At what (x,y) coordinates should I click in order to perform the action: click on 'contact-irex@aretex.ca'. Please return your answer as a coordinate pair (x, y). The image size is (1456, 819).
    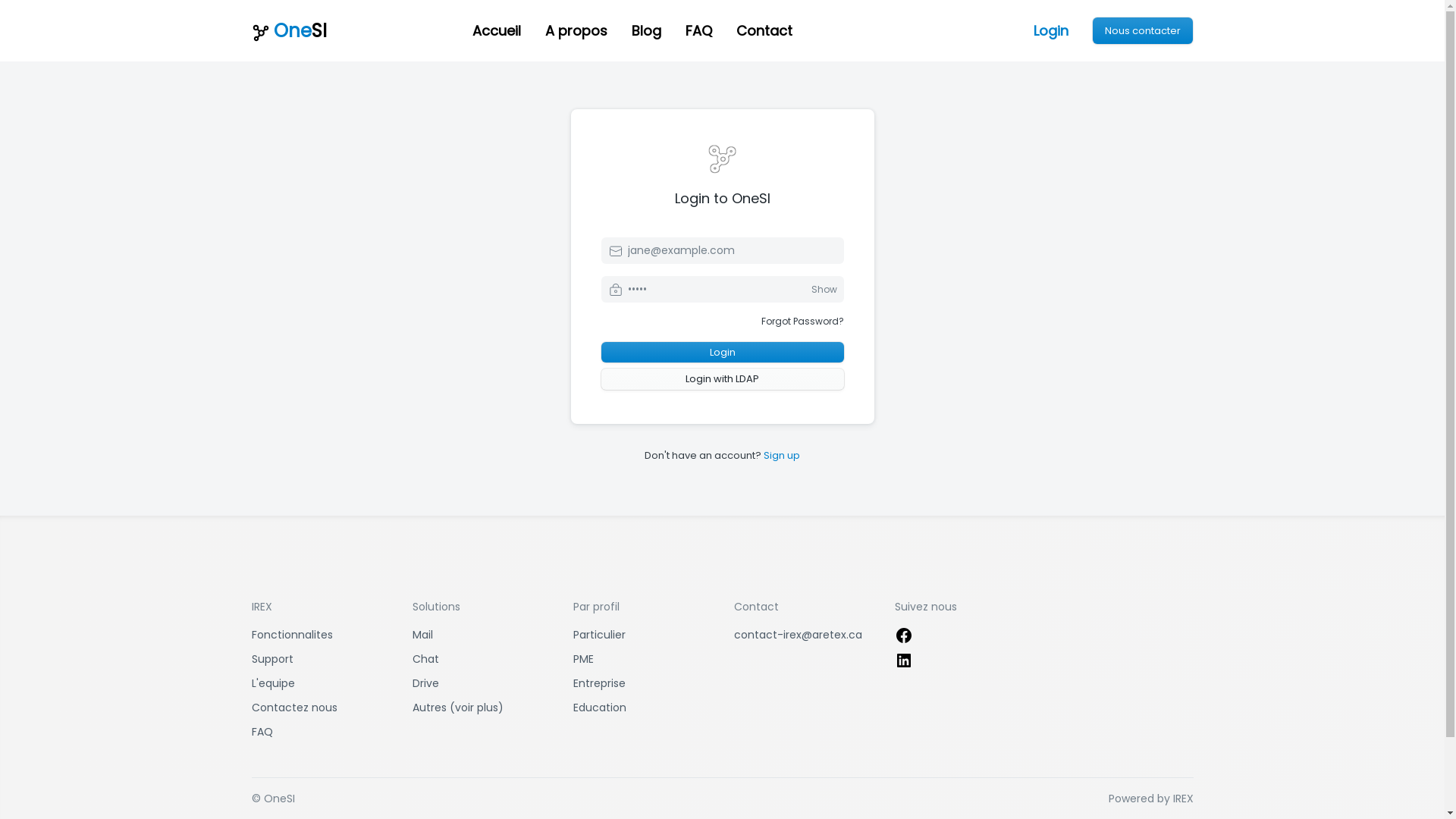
    Looking at the image, I should click on (734, 635).